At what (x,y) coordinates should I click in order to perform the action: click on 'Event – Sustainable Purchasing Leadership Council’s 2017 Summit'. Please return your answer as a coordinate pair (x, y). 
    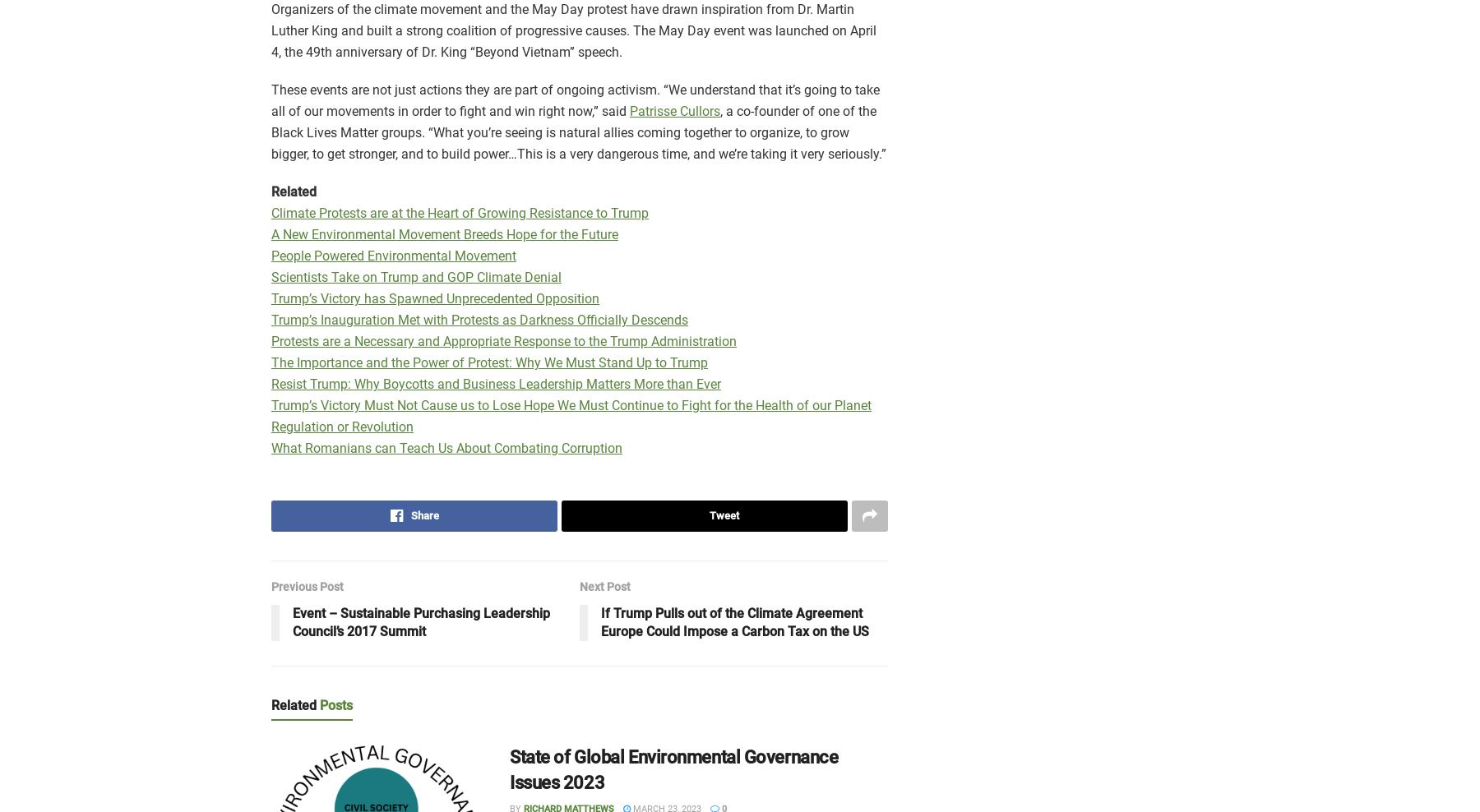
    Looking at the image, I should click on (293, 621).